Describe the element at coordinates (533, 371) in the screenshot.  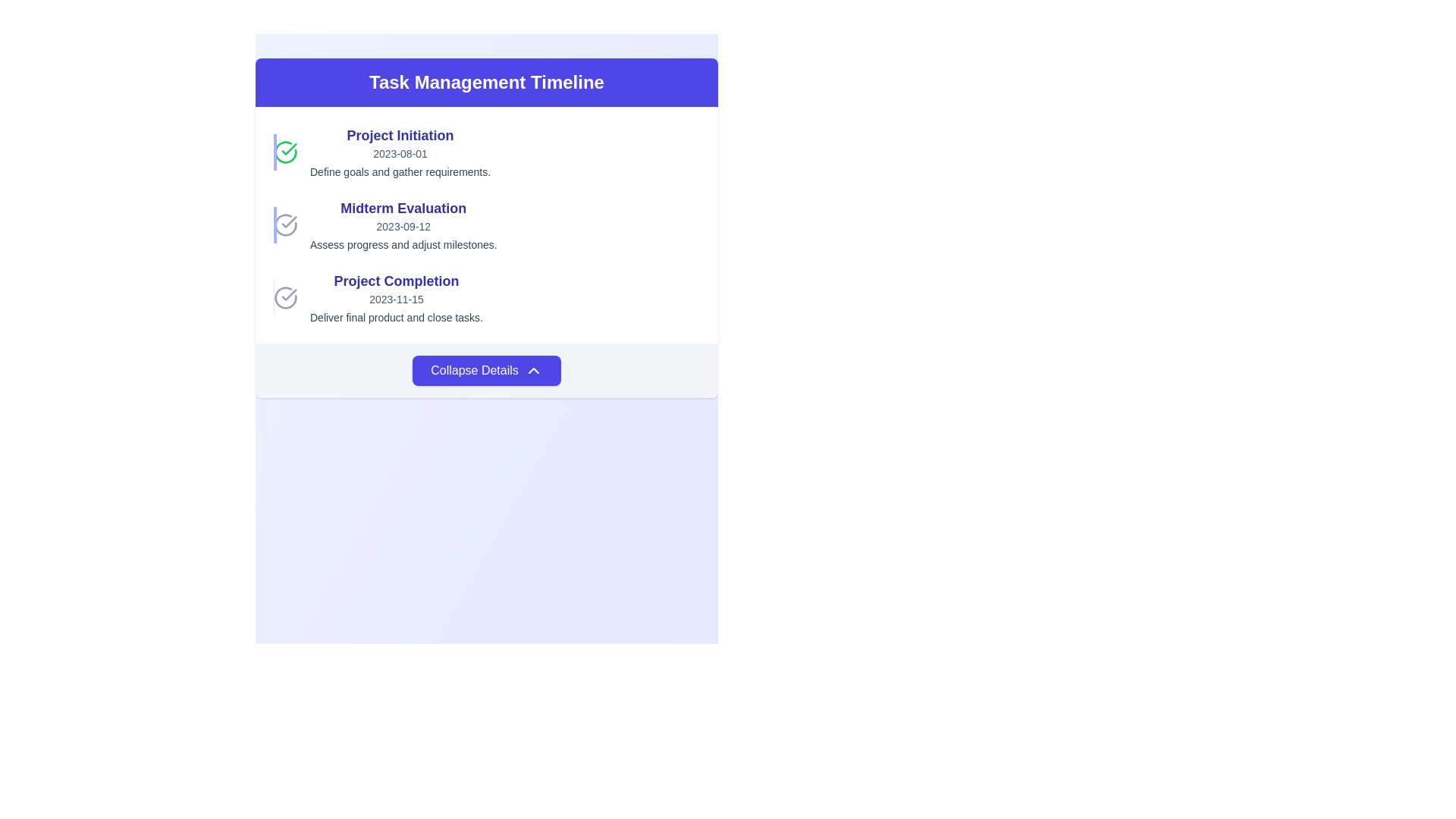
I see `the small upward-pointing chevron icon styled in white with a blue background, located next to the 'Collapse Details' text on the button` at that location.